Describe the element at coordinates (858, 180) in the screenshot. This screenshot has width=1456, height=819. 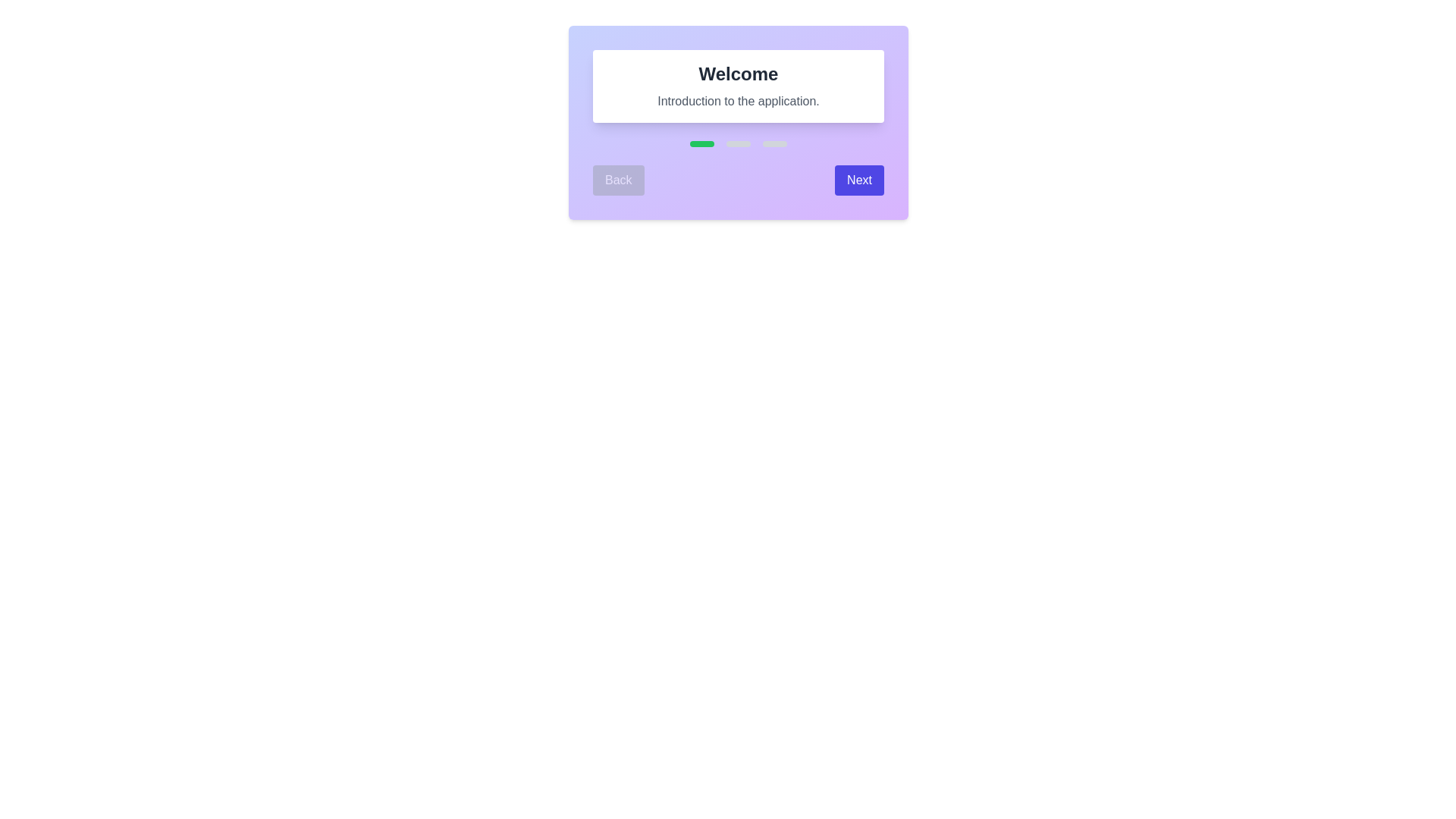
I see `the 'Next' button to navigate to the next step` at that location.